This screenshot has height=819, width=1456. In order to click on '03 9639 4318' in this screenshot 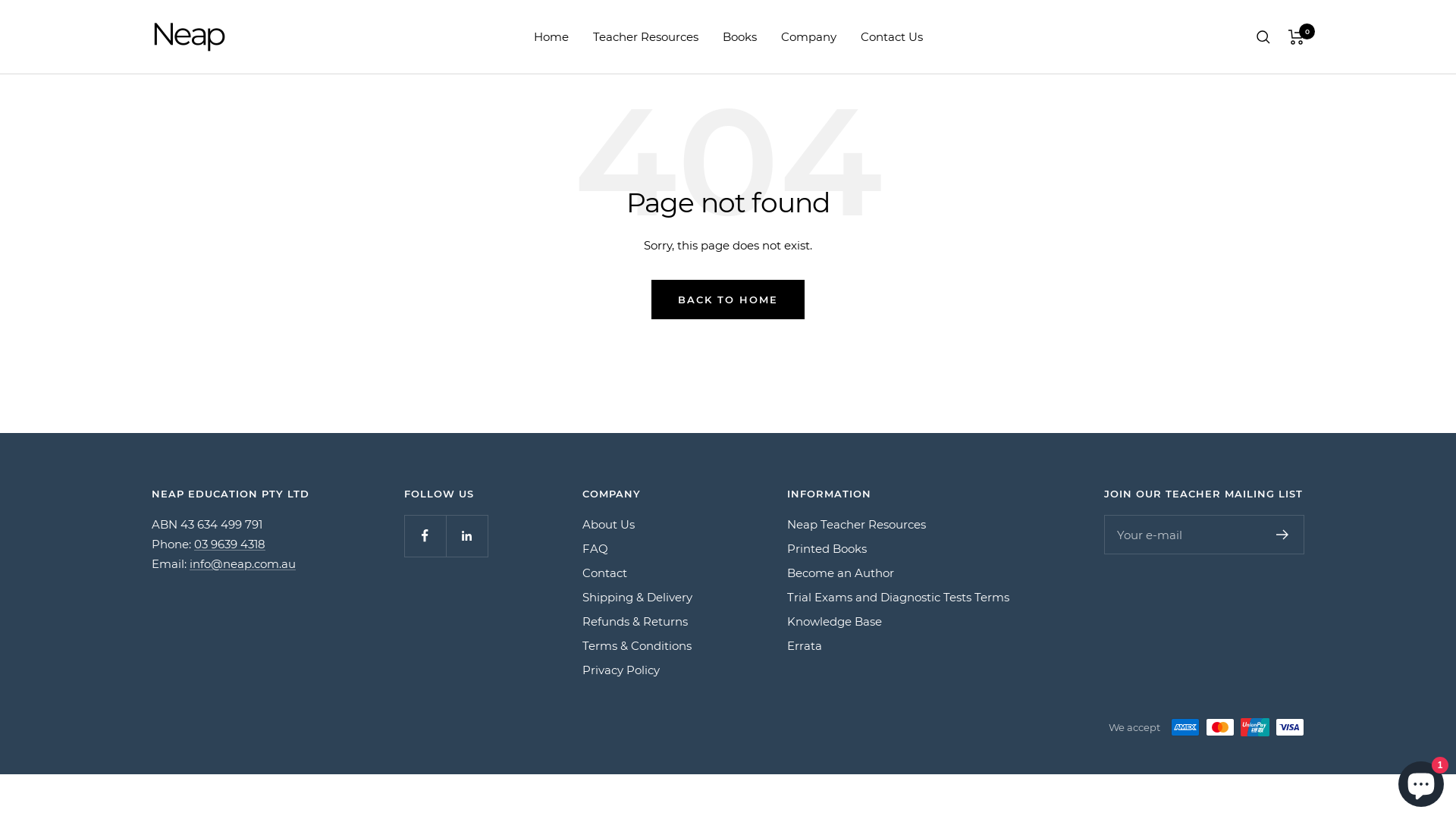, I will do `click(228, 543)`.